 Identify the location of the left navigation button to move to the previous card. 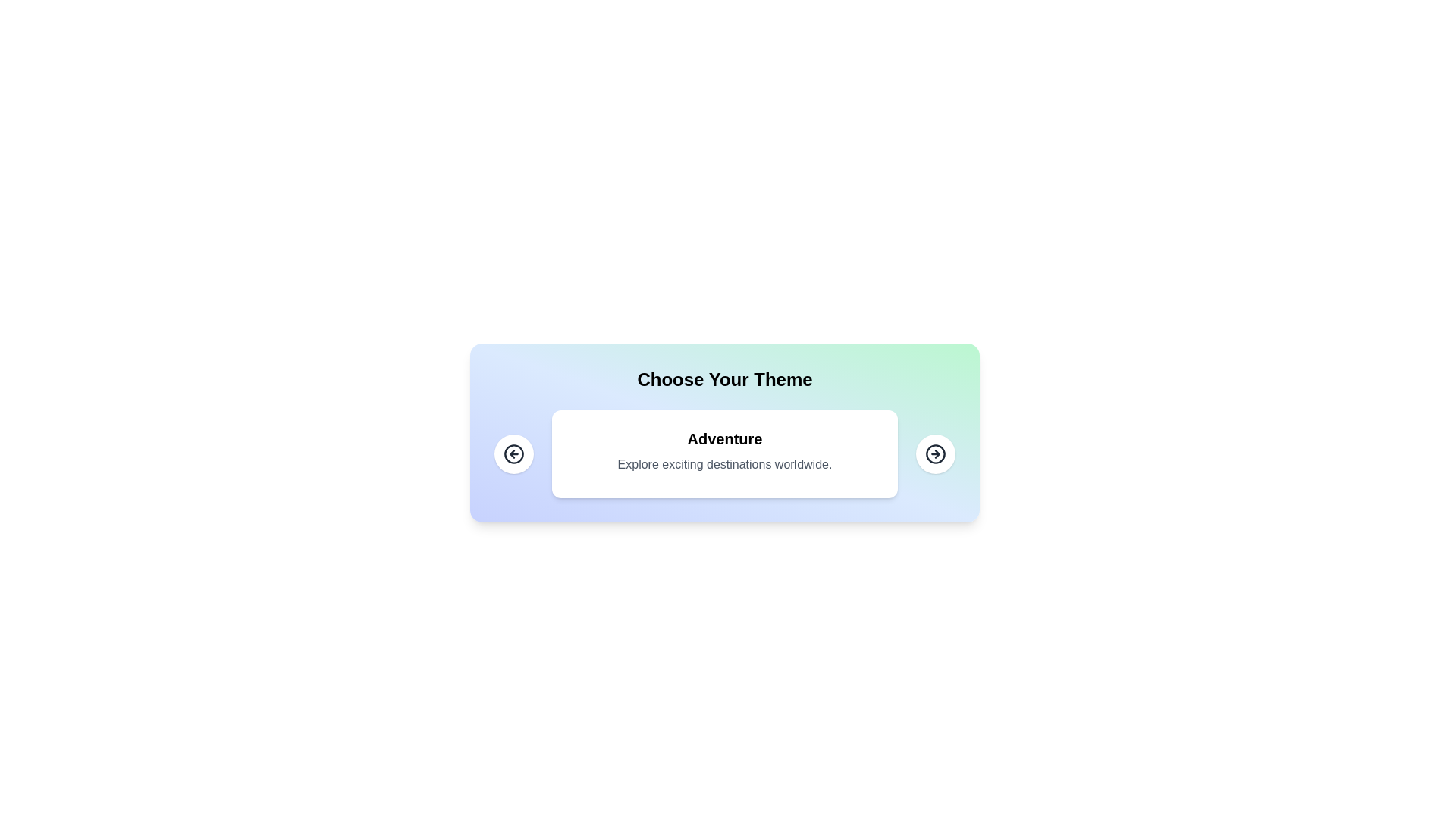
(513, 453).